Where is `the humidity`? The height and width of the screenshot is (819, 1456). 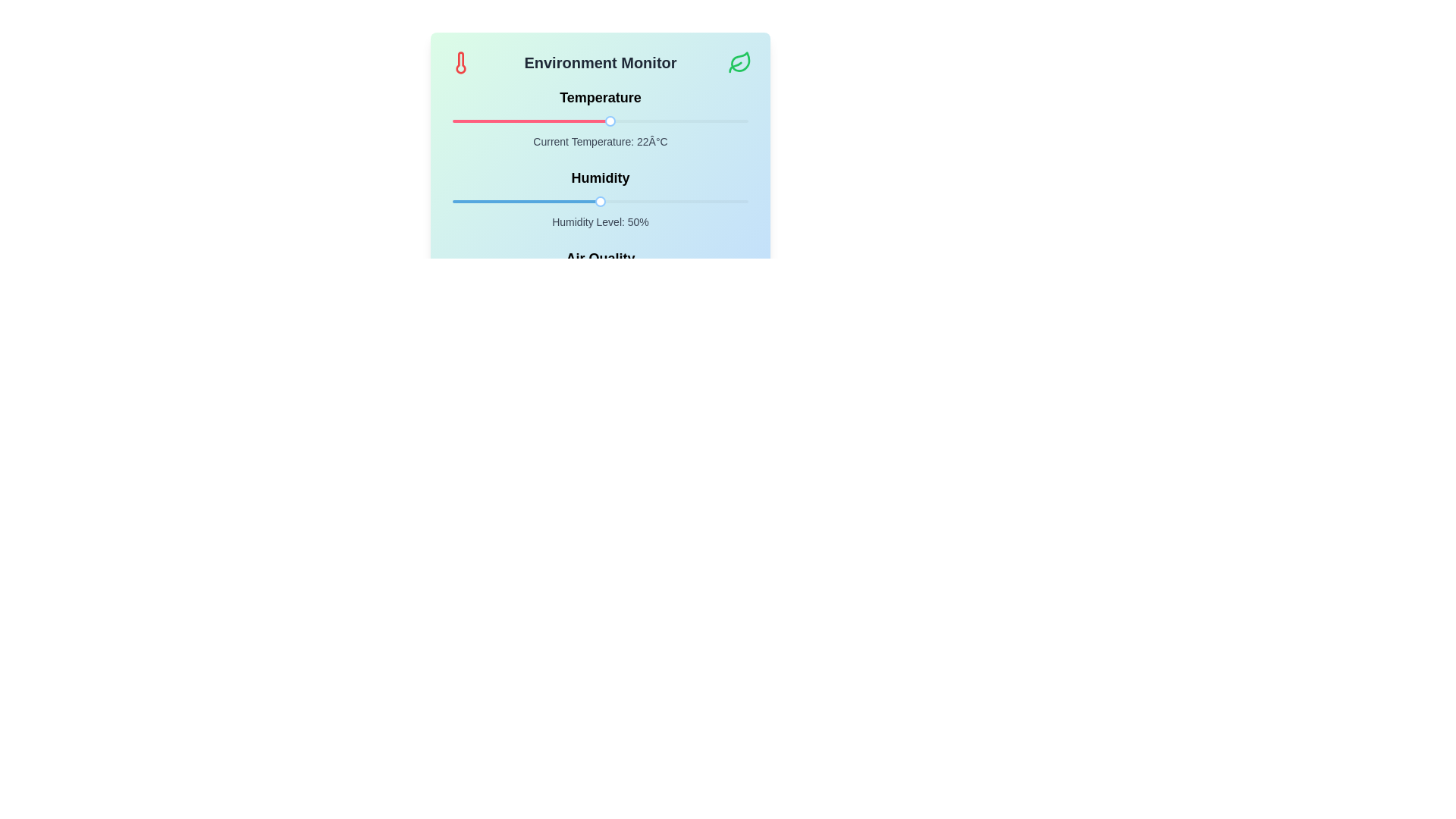 the humidity is located at coordinates (597, 201).